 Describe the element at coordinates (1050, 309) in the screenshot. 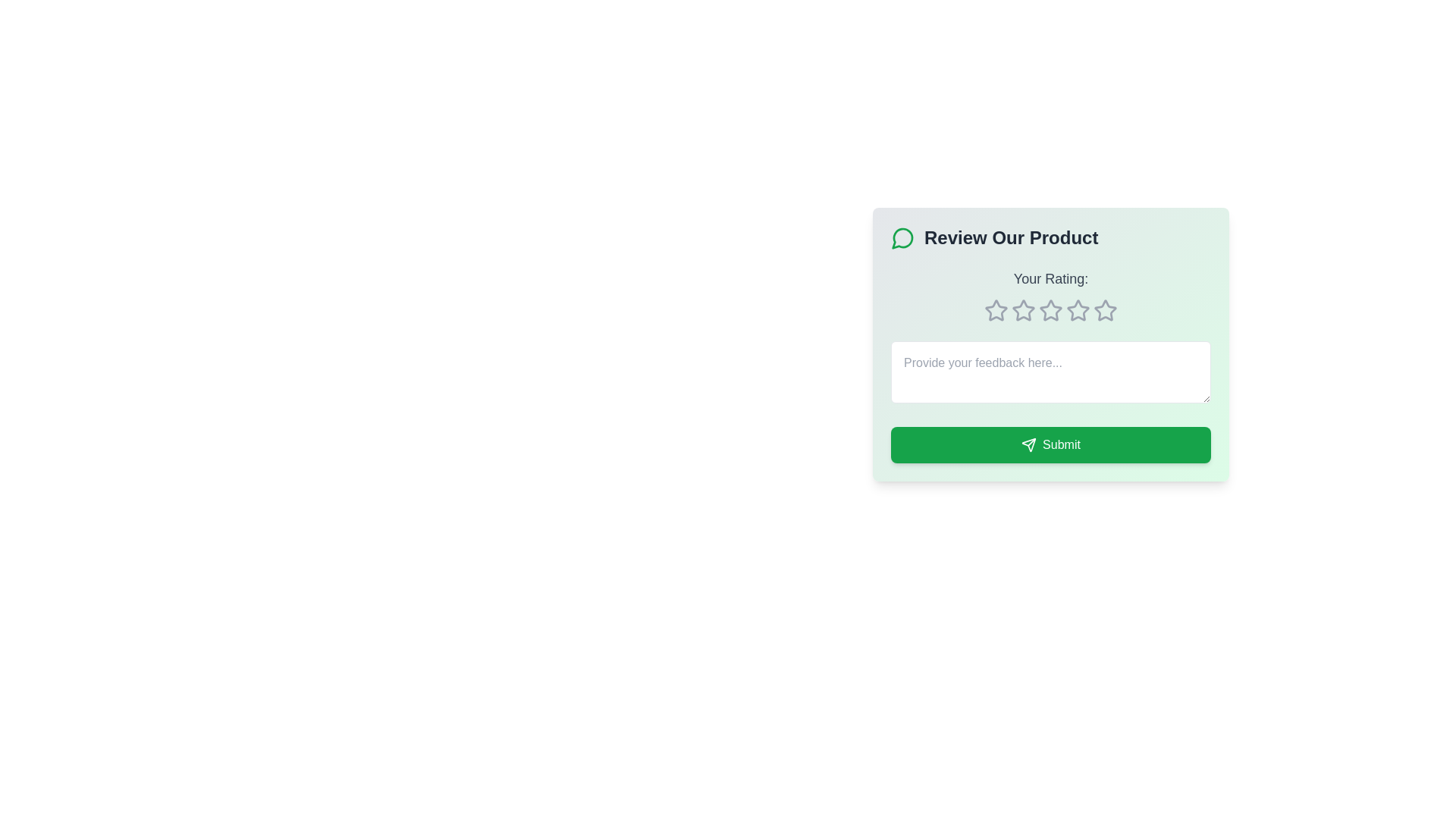

I see `the fourth star` at that location.